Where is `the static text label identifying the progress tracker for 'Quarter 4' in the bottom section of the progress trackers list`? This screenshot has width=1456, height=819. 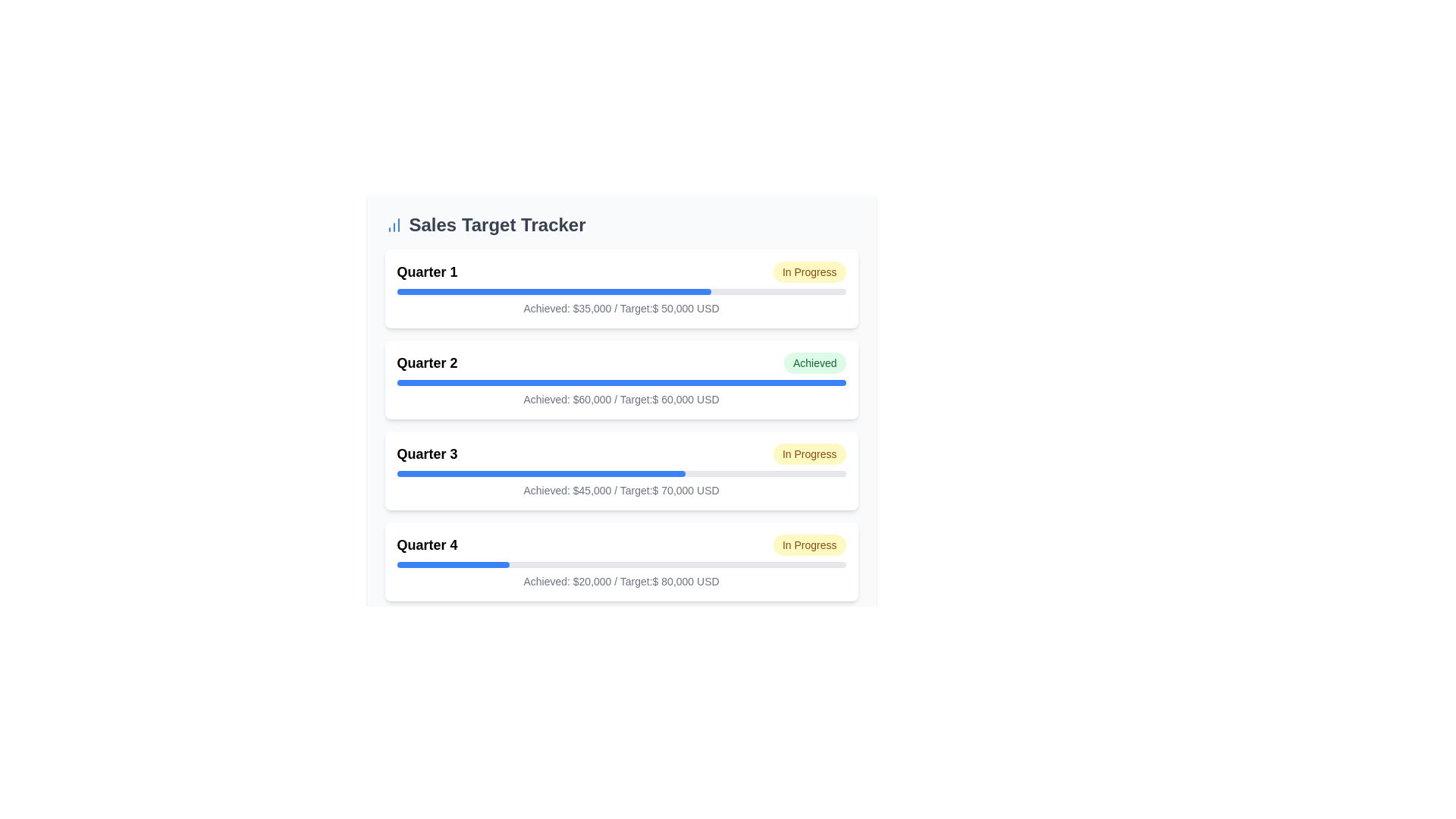 the static text label identifying the progress tracker for 'Quarter 4' in the bottom section of the progress trackers list is located at coordinates (426, 544).